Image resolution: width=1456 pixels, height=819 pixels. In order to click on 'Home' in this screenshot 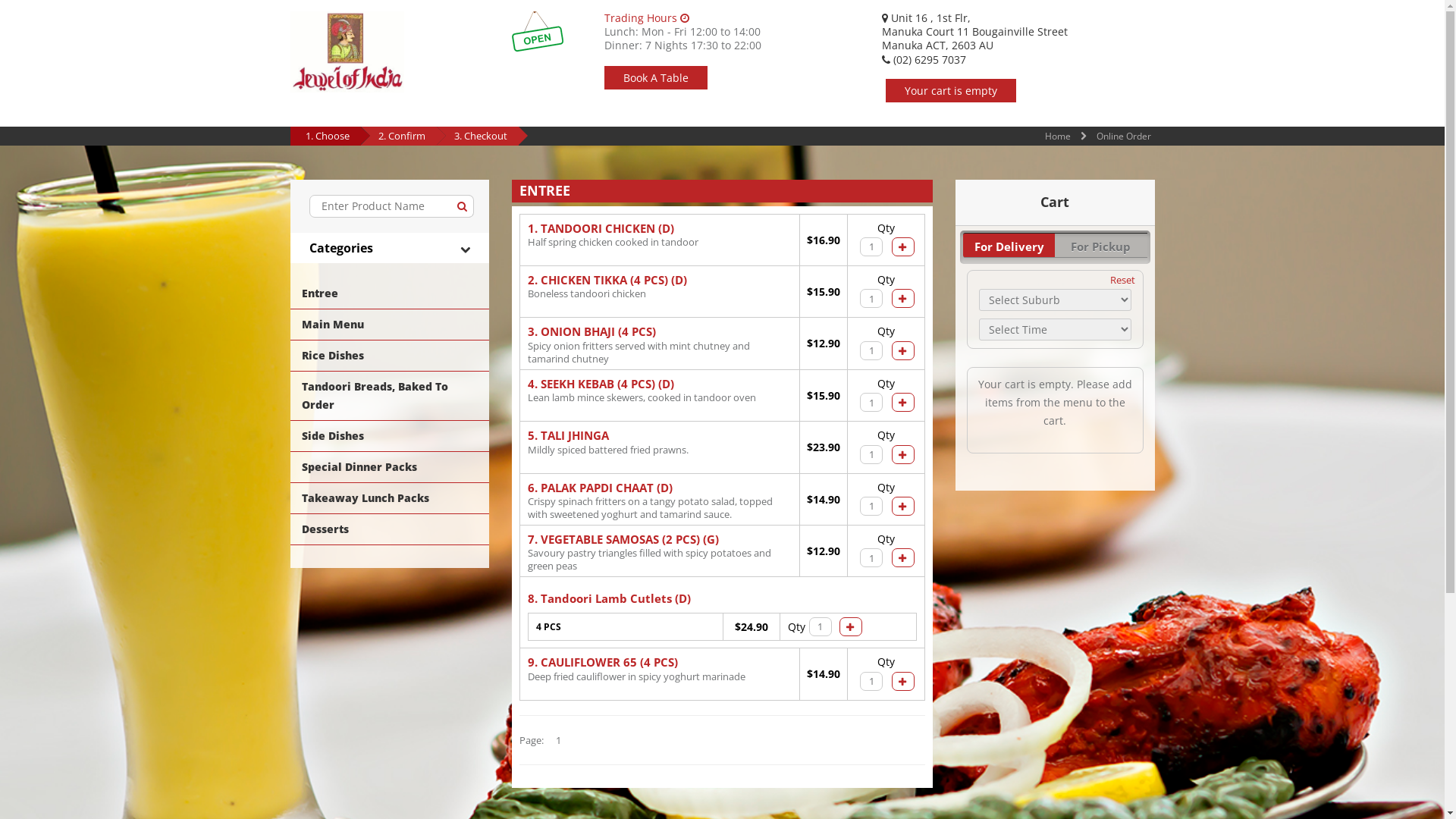, I will do `click(1057, 135)`.